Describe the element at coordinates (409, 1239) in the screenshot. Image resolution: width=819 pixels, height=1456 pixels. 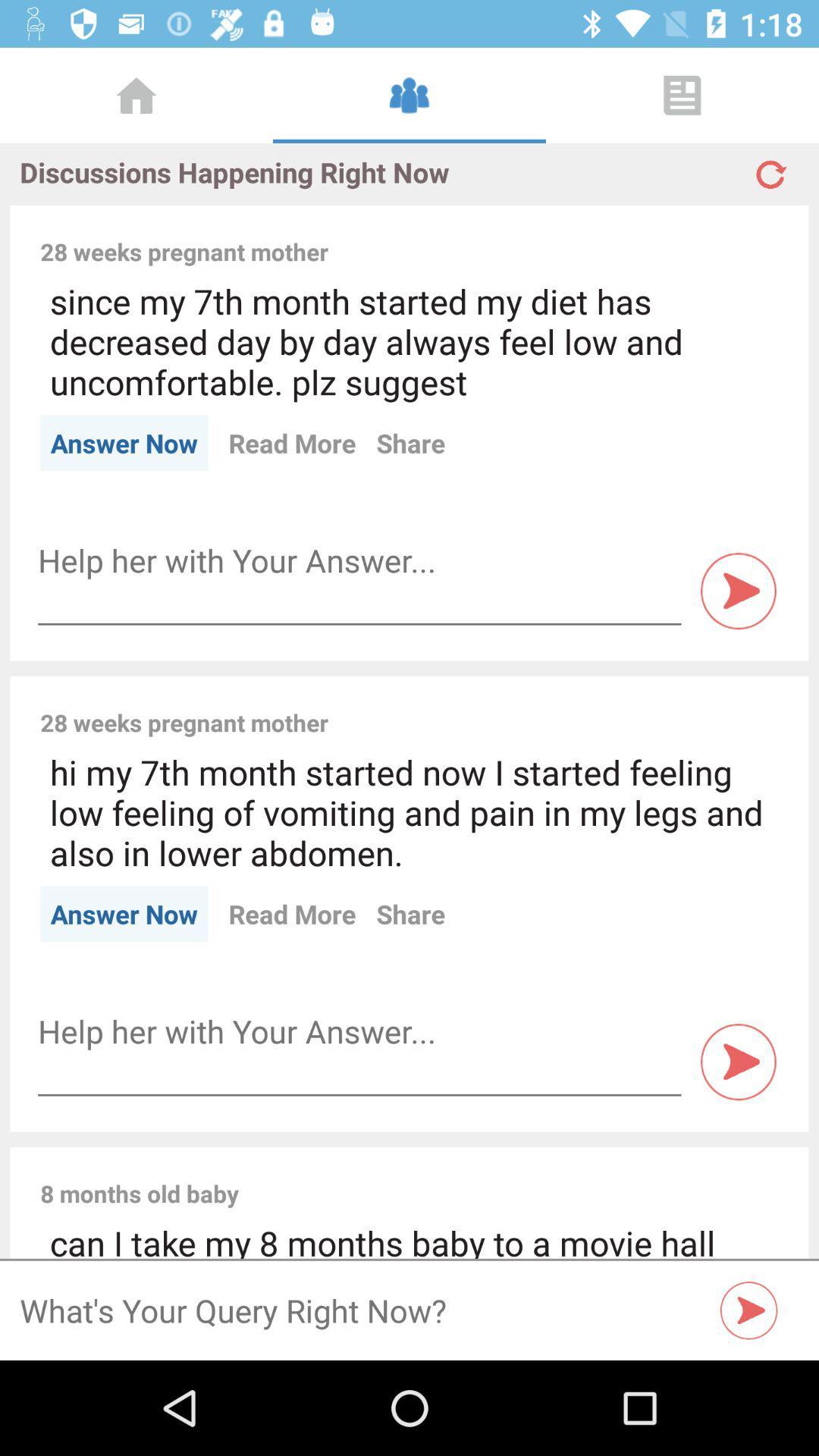
I see `icon below 8 months old icon` at that location.